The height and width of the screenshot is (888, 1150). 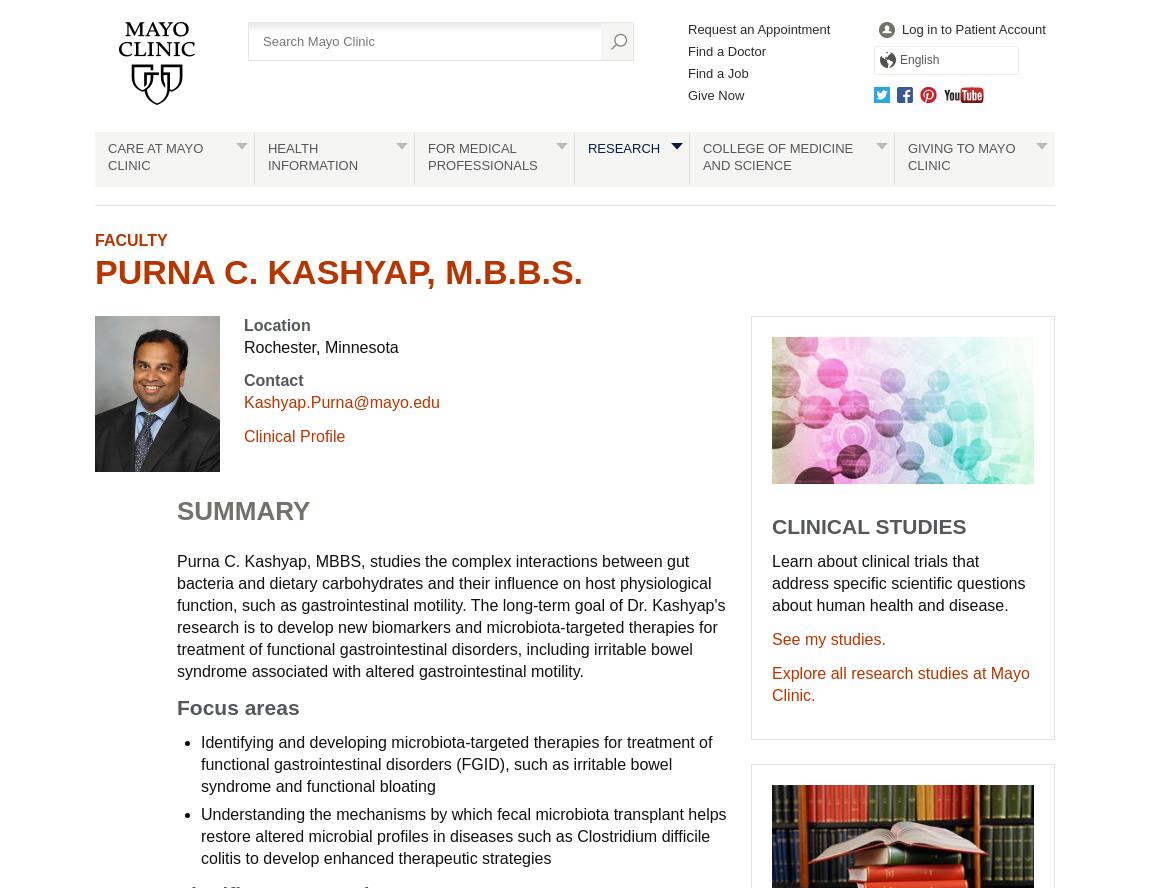 I want to click on 'SUMMARY', so click(x=242, y=510).